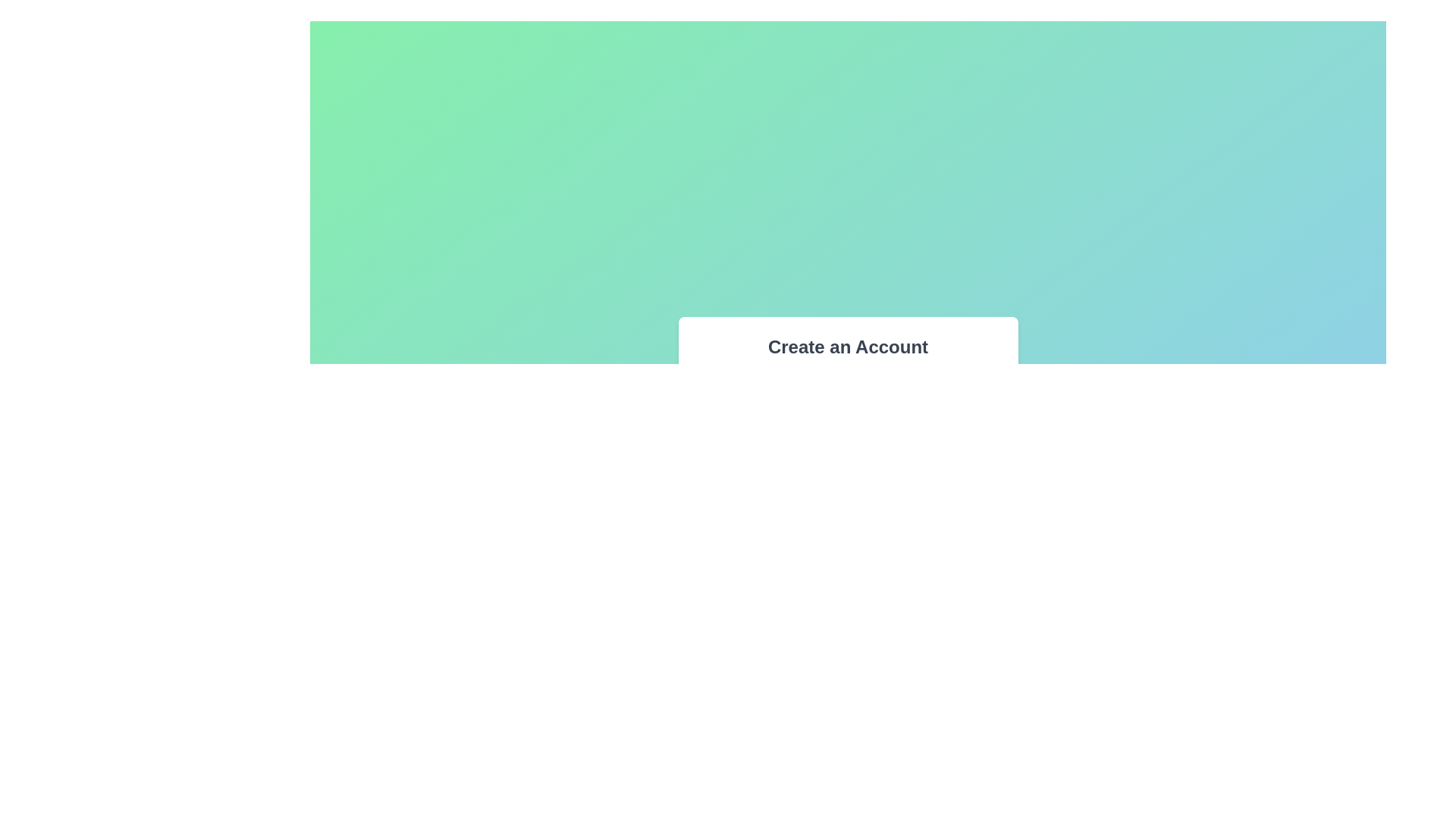 Image resolution: width=1456 pixels, height=819 pixels. Describe the element at coordinates (847, 347) in the screenshot. I see `the title text label that indicates the purpose of the account creation form, positioned at the top of the form interface` at that location.